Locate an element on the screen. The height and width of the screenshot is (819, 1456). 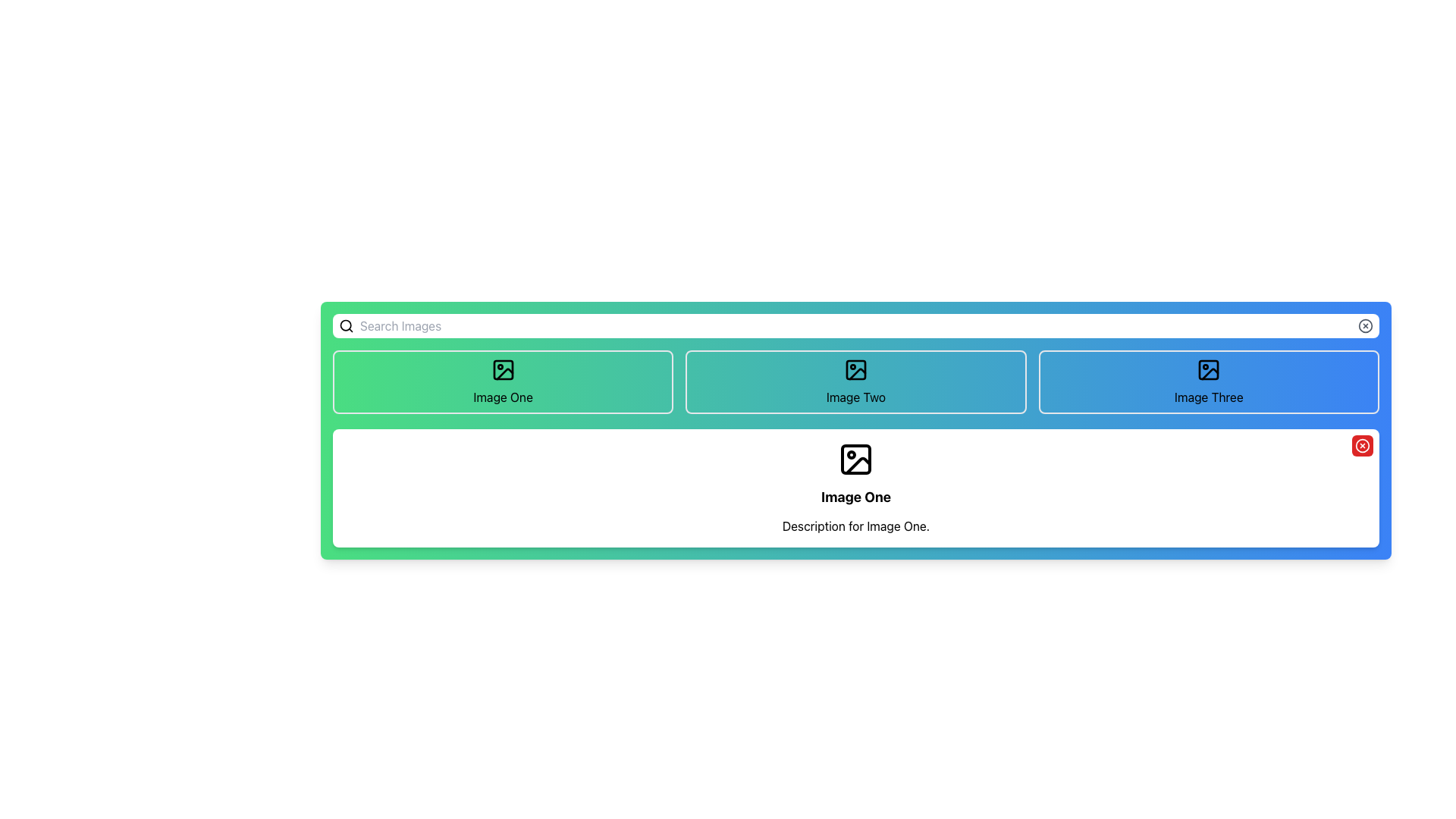
the triangular graphical icon located at the bottom-right of the square bounding box within the grid arrangement is located at coordinates (504, 374).